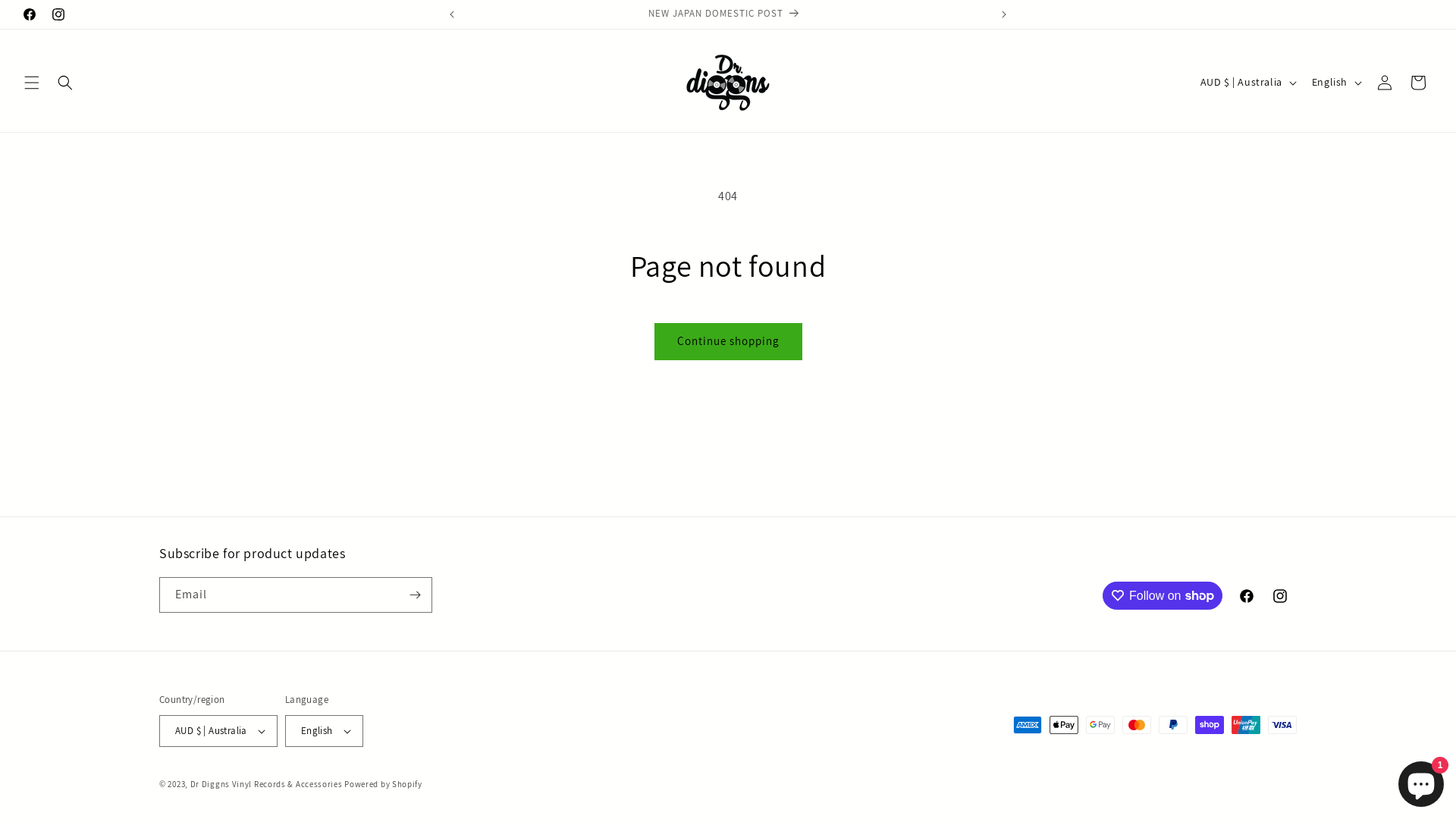 Image resolution: width=1456 pixels, height=819 pixels. I want to click on 'AUD $ | Australia', so click(218, 730).